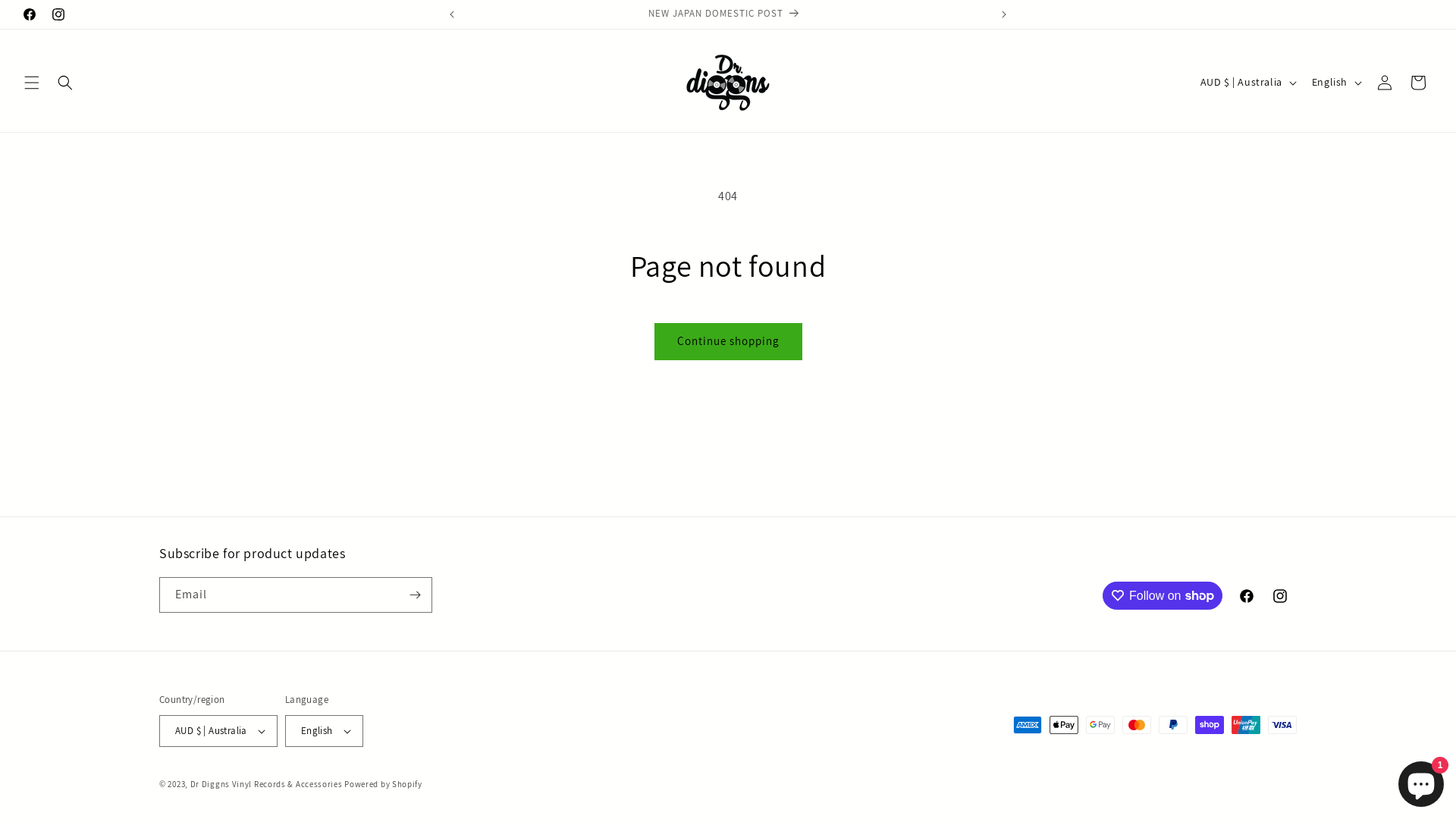 Image resolution: width=1456 pixels, height=819 pixels. I want to click on 'AUD $ | Australia', so click(218, 730).